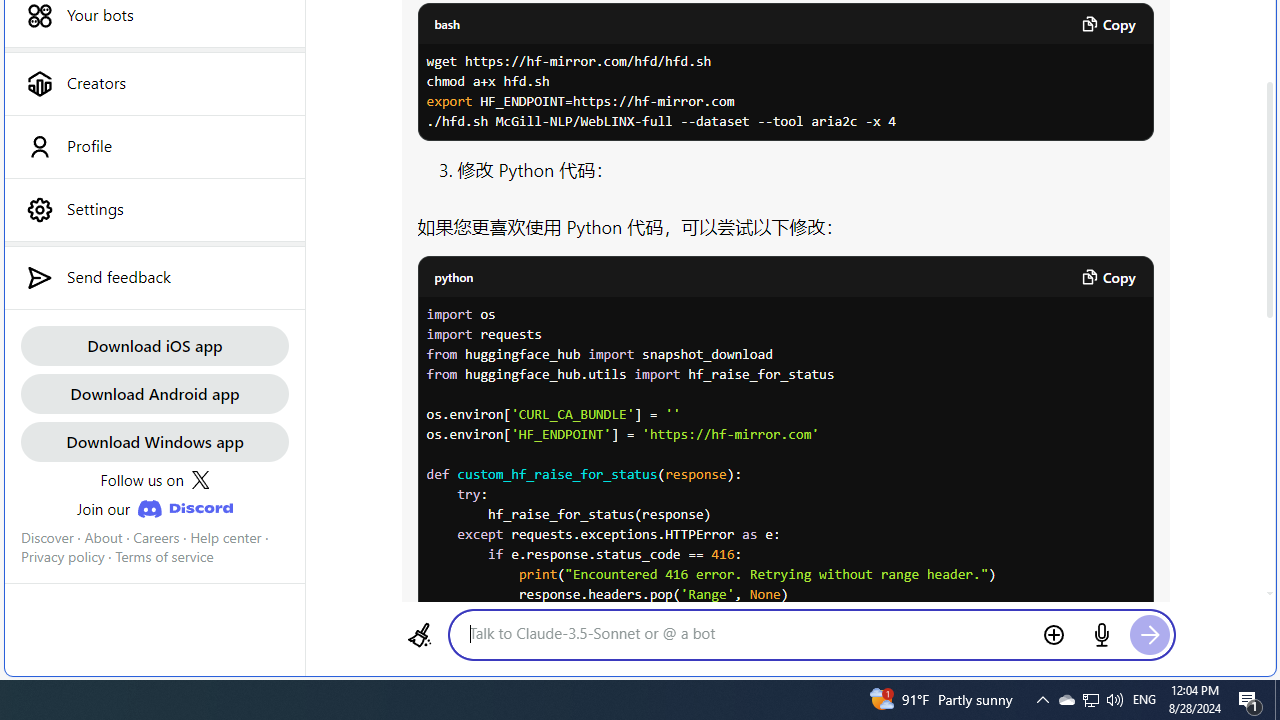 The width and height of the screenshot is (1280, 720). I want to click on 'Terms of service', so click(164, 557).